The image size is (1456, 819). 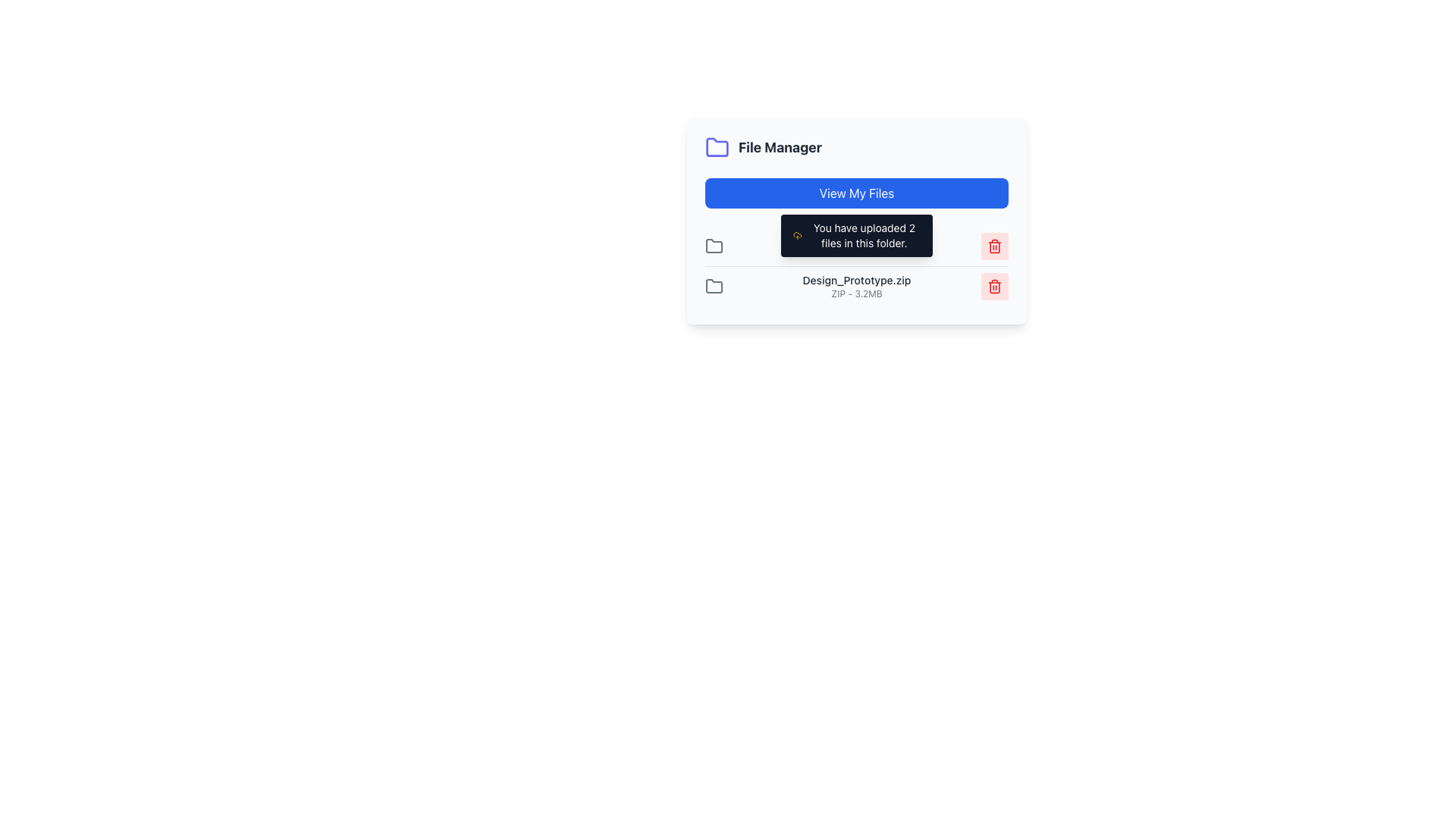 What do you see at coordinates (713, 287) in the screenshot?
I see `the gray folder icon located to the left of the text 'Design_Prototype.zip', which is the first icon in the row within the lower portion of the layout` at bounding box center [713, 287].